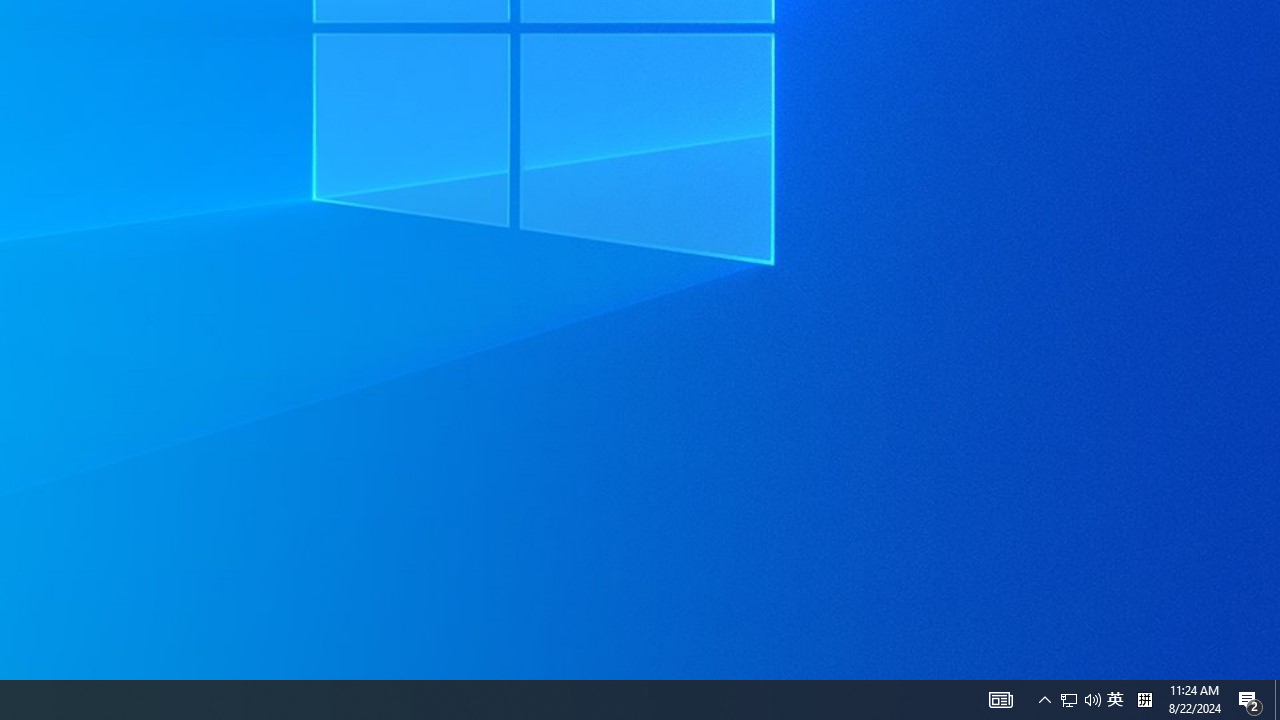 Image resolution: width=1280 pixels, height=720 pixels. What do you see at coordinates (1092, 698) in the screenshot?
I see `'Notification Chevron'` at bounding box center [1092, 698].